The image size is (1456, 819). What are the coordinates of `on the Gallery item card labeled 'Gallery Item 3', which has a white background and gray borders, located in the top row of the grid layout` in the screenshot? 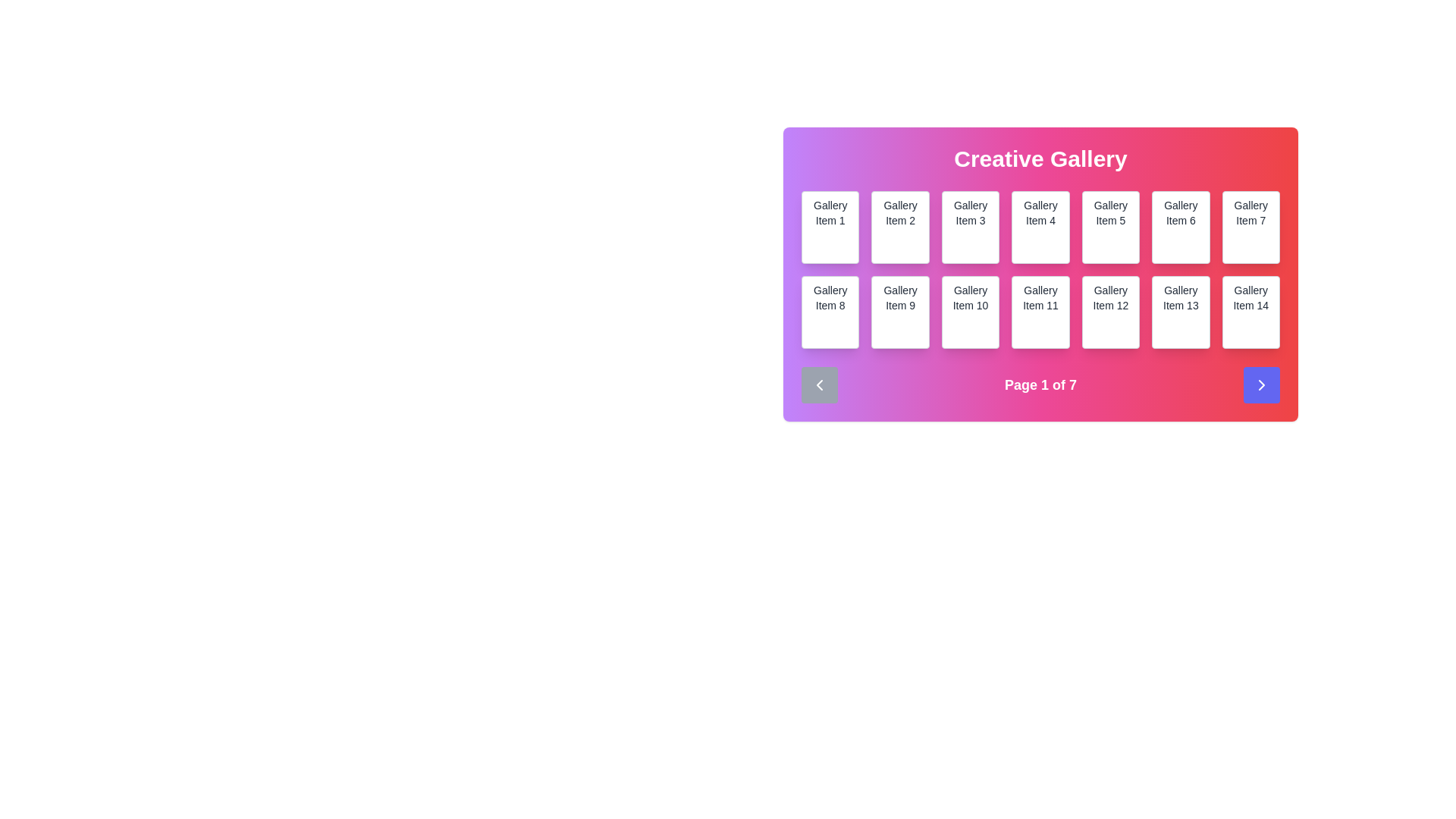 It's located at (971, 227).